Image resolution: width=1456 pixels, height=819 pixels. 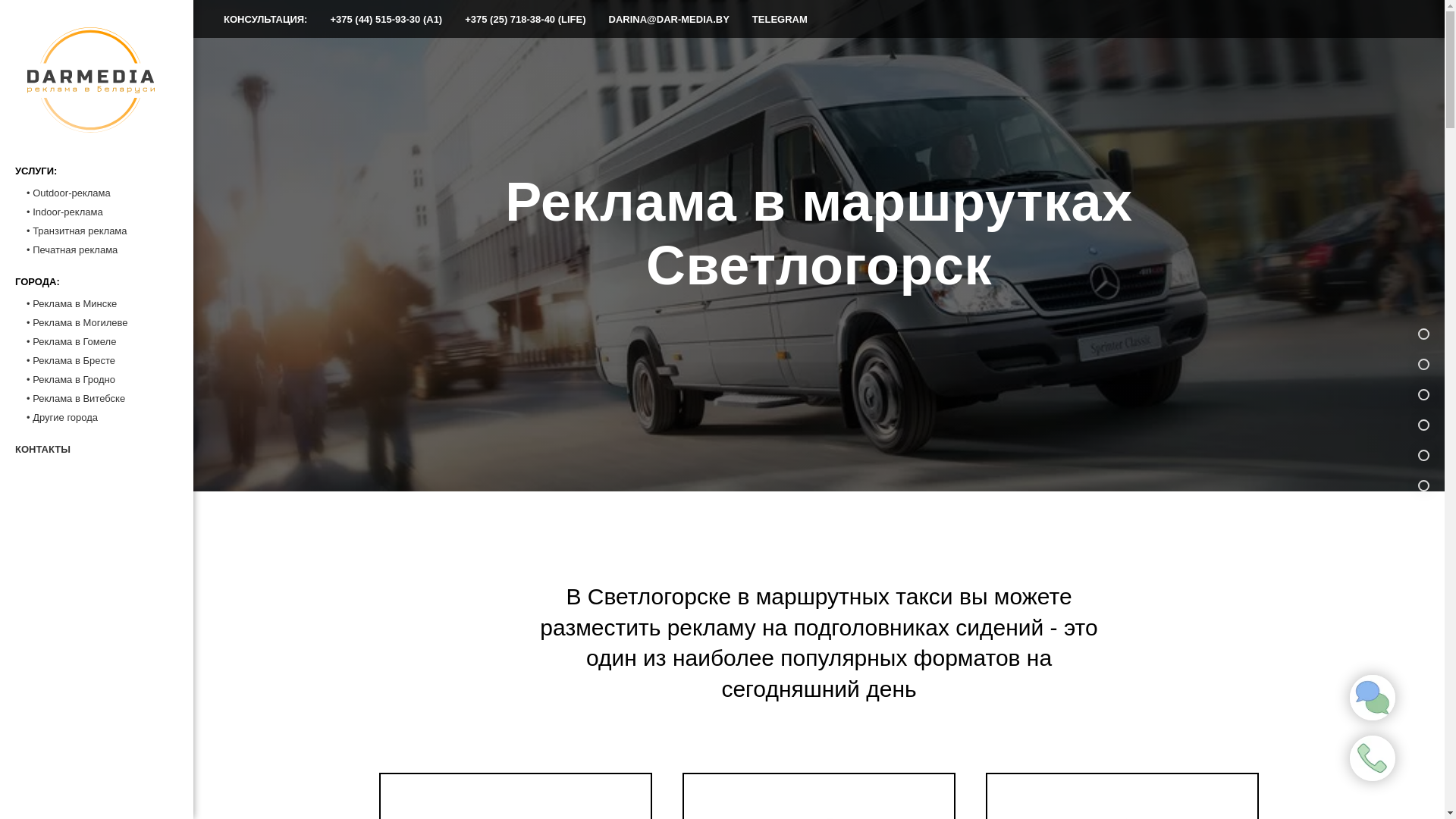 What do you see at coordinates (525, 19) in the screenshot?
I see `'+375 (25) 718-38-40 (LIFE)'` at bounding box center [525, 19].